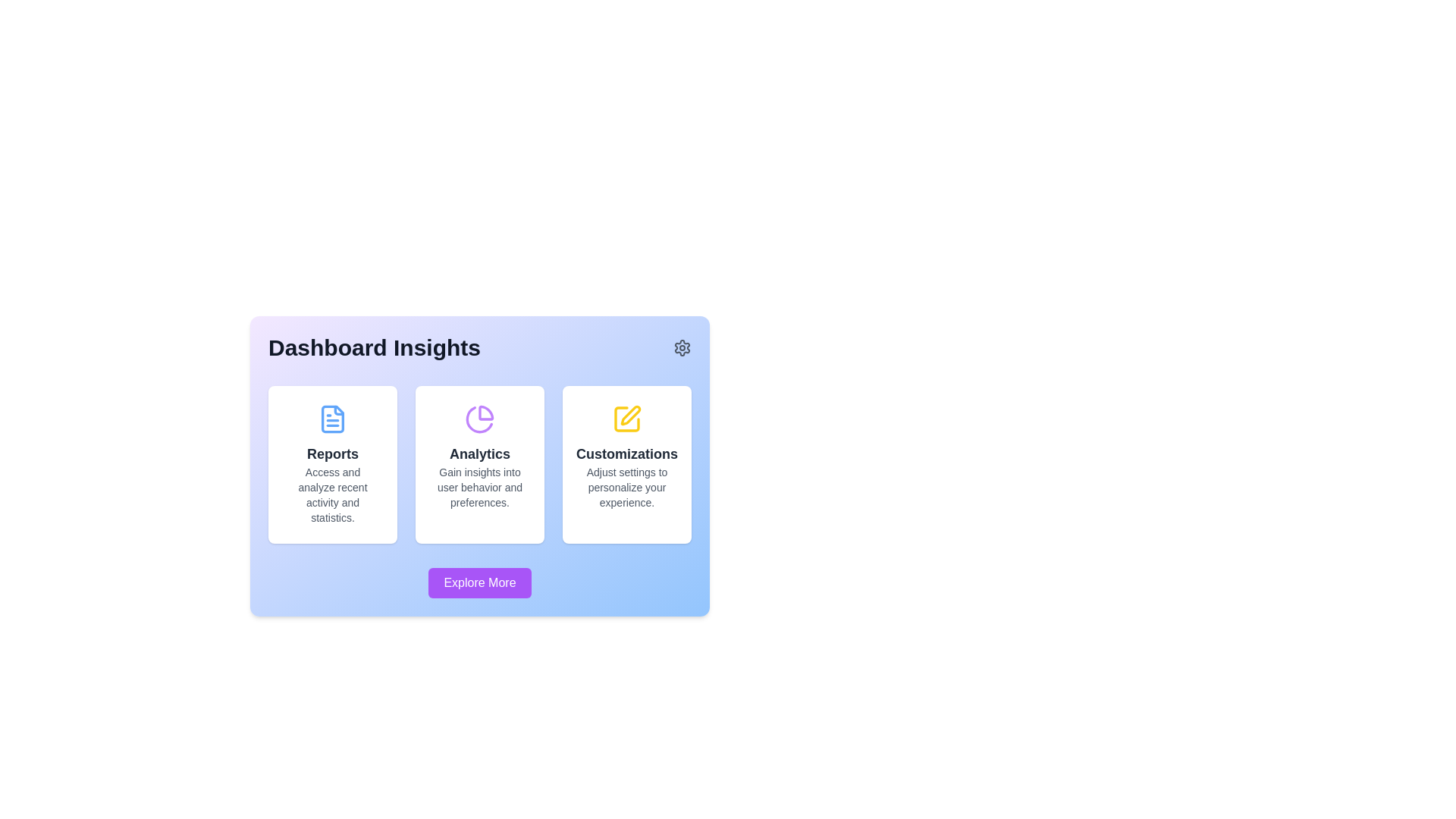 This screenshot has width=1456, height=819. What do you see at coordinates (479, 464) in the screenshot?
I see `the middle card in the row of three cards, which is likely linked to analytics-related features or content for gaining insights into user behavior` at bounding box center [479, 464].